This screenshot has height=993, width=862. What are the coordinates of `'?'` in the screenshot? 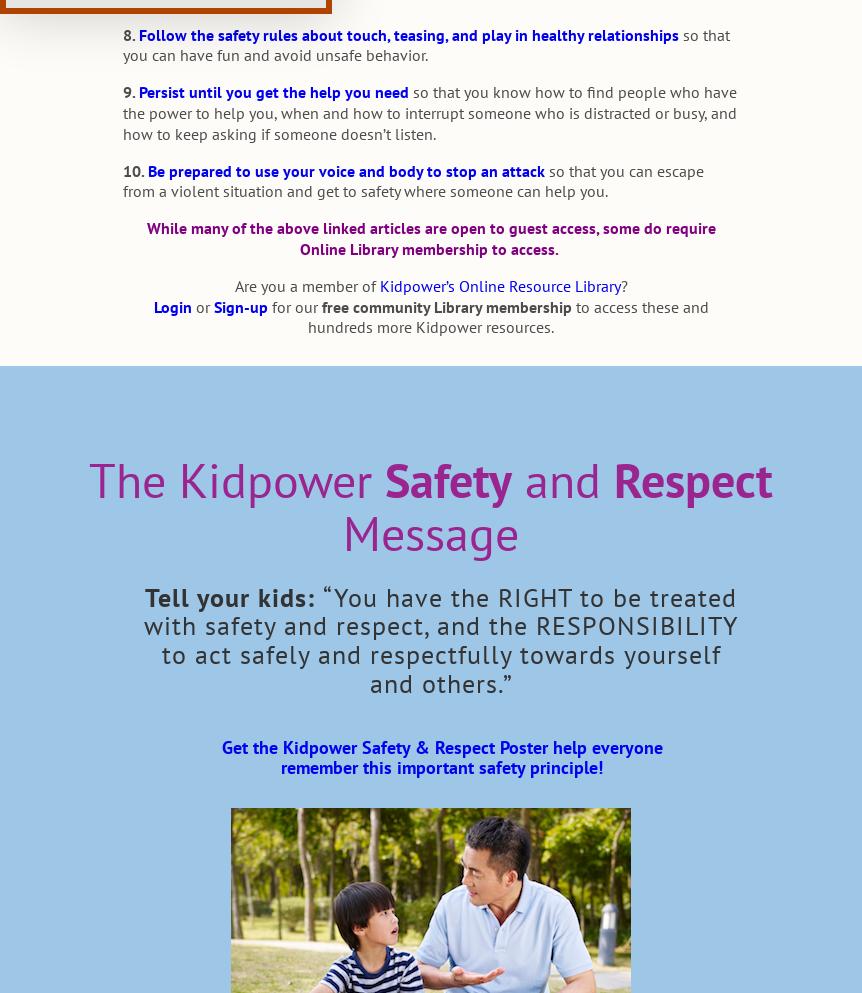 It's located at (623, 284).